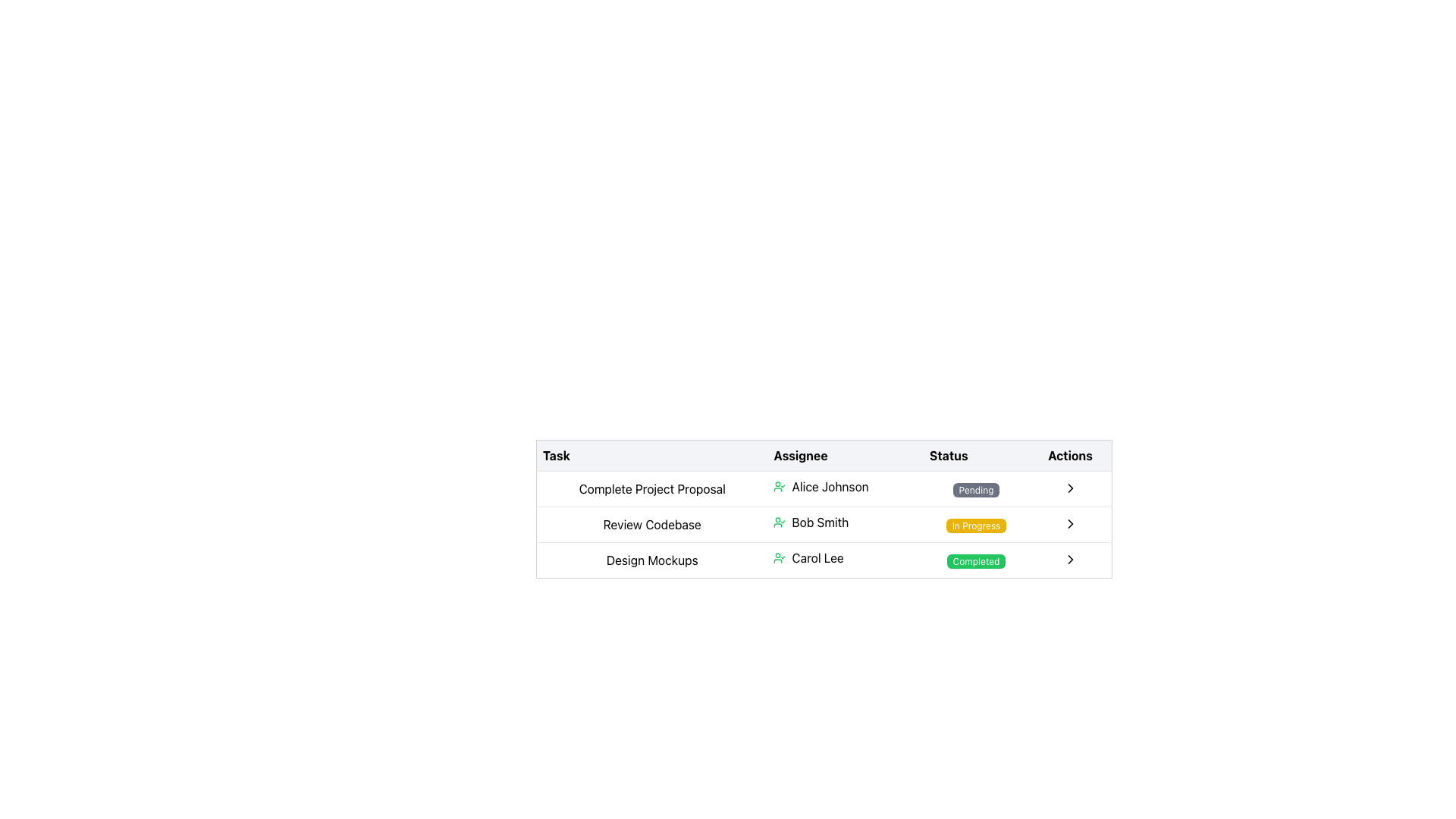  What do you see at coordinates (1069, 488) in the screenshot?
I see `the button located in the far-right column of the table under the 'Actions' header for the first row corresponding to 'Complete Project Proposal'` at bounding box center [1069, 488].